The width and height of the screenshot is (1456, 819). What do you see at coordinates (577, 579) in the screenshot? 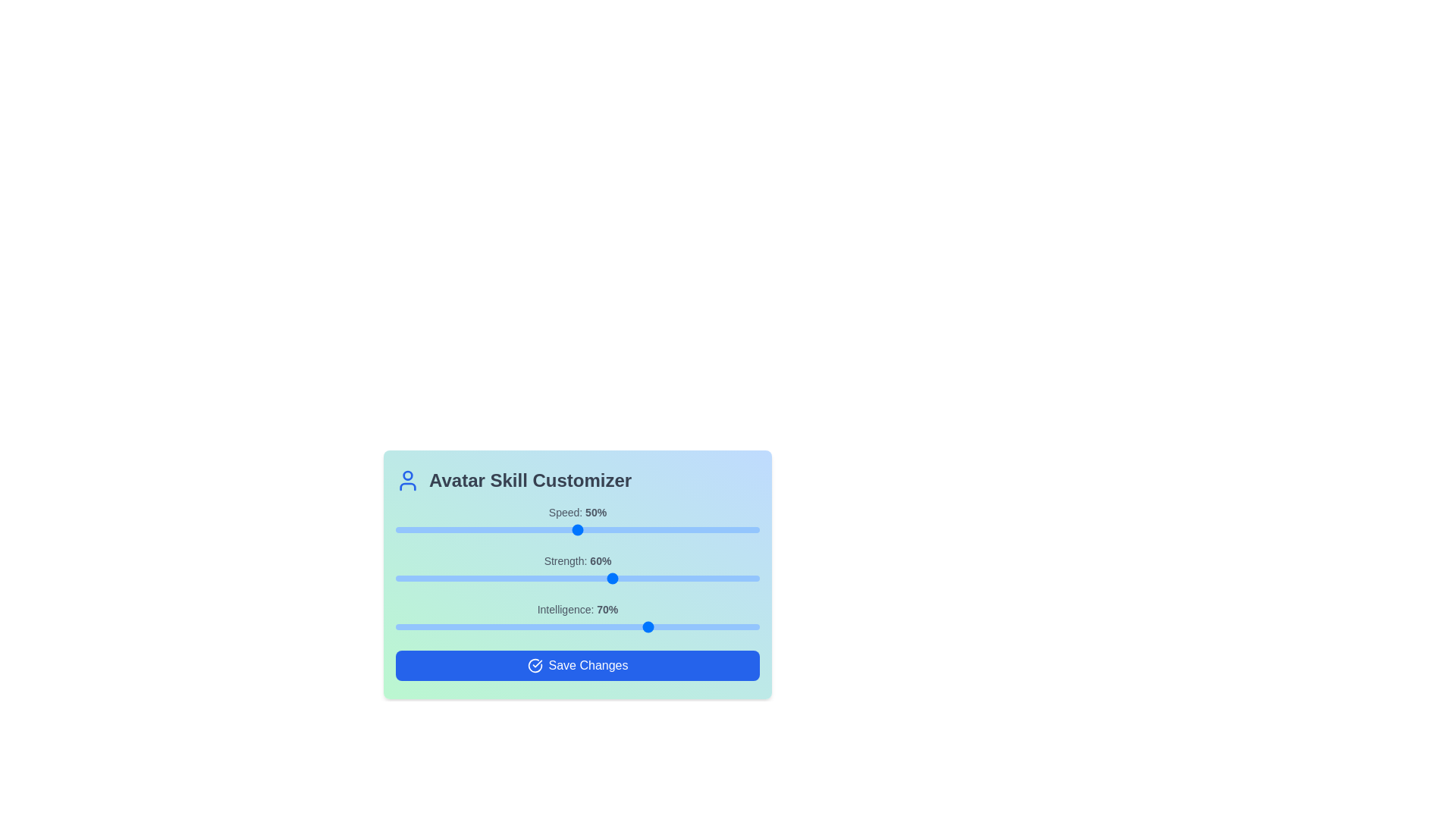
I see `the light blue slider bar with a circular knob, positioned below the 'Strength: 60%' label to focus on it` at bounding box center [577, 579].